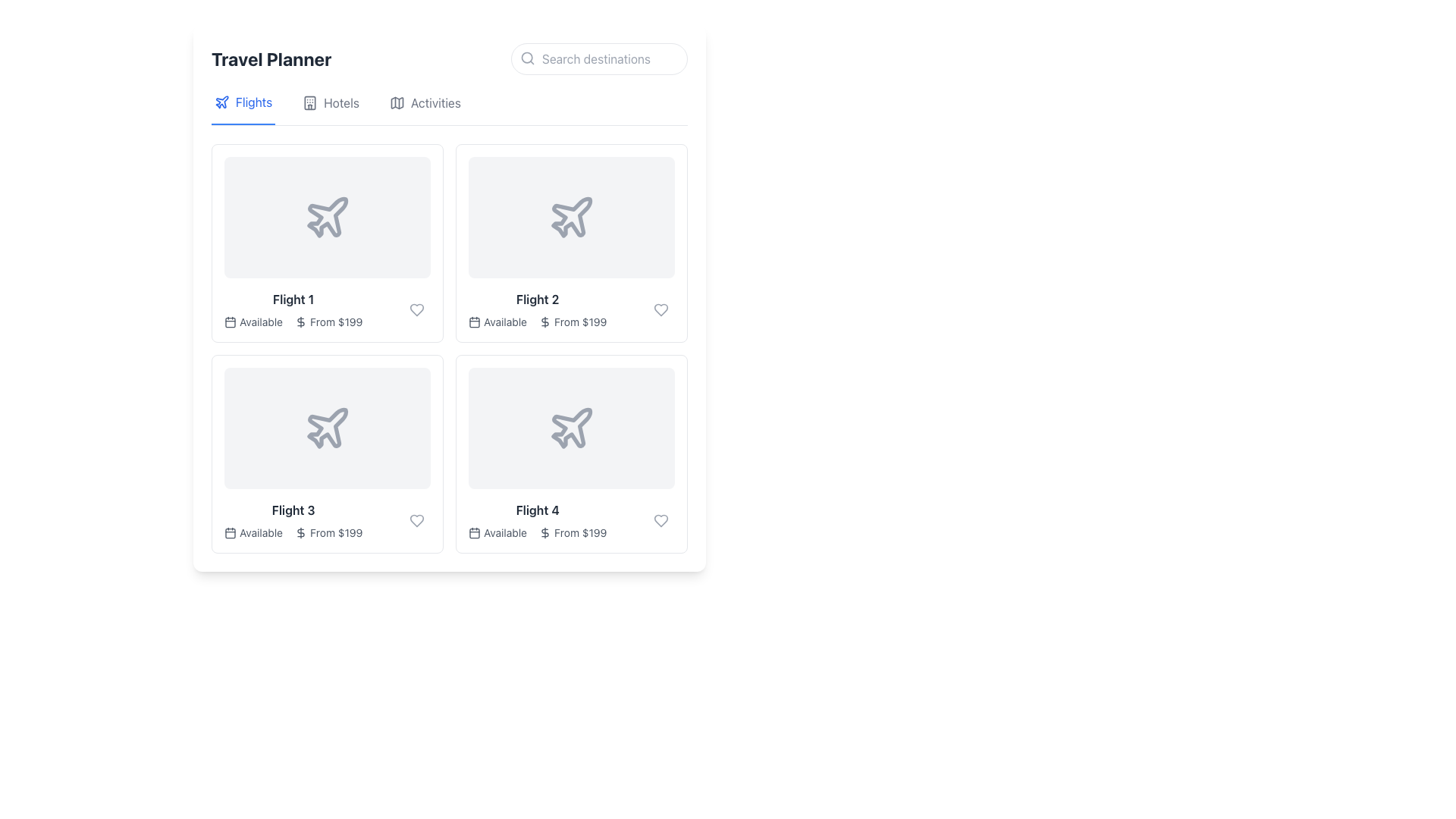 The height and width of the screenshot is (819, 1456). Describe the element at coordinates (571, 217) in the screenshot. I see `the airplane graphic icon in the top-right corner of the grid layout, which is part of the 'Flight 2' item in the travel planner interface` at that location.